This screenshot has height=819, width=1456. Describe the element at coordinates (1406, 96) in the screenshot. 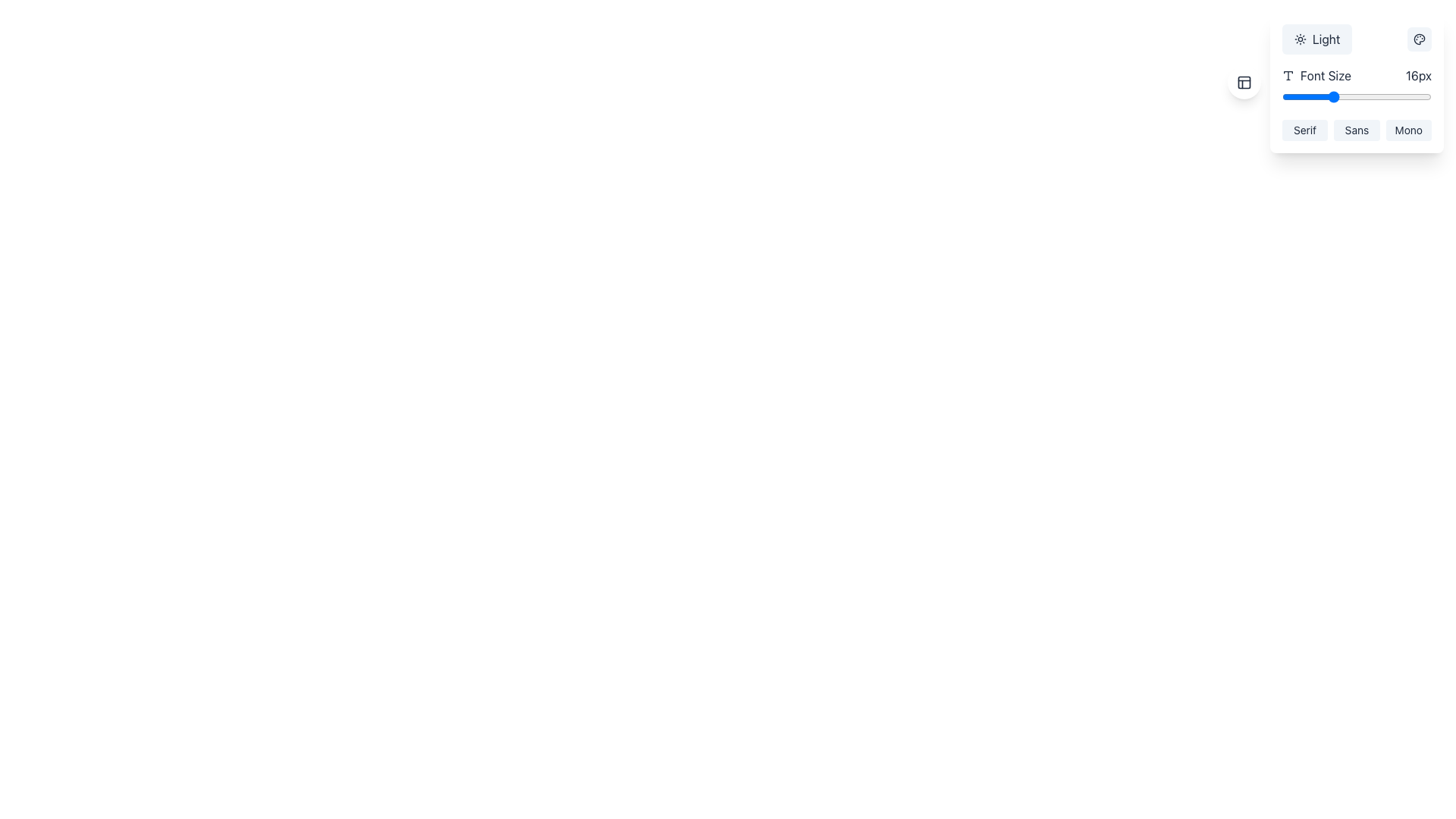

I see `the font size` at that location.